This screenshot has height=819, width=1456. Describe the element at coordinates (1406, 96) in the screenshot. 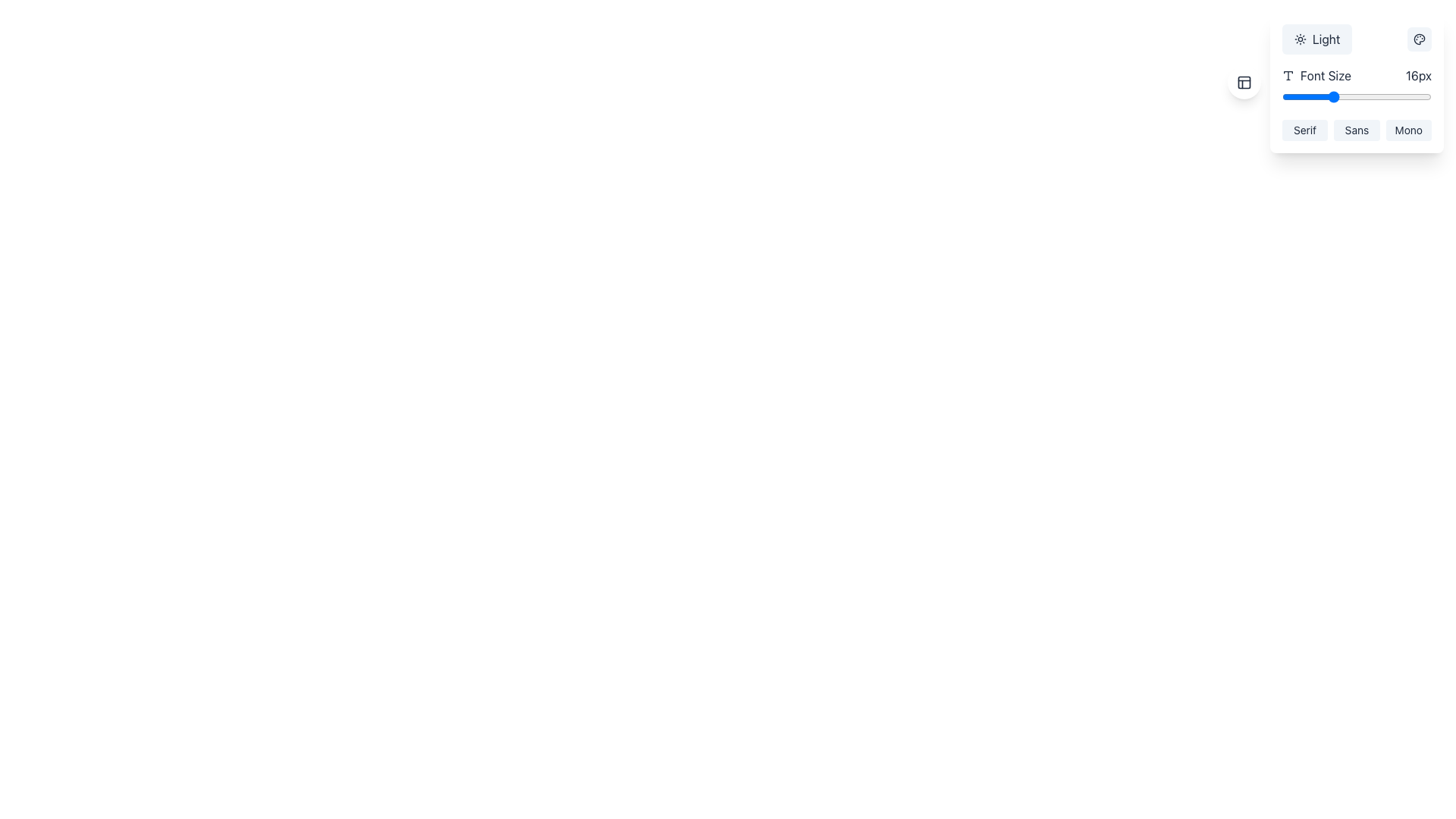

I see `the font size` at that location.